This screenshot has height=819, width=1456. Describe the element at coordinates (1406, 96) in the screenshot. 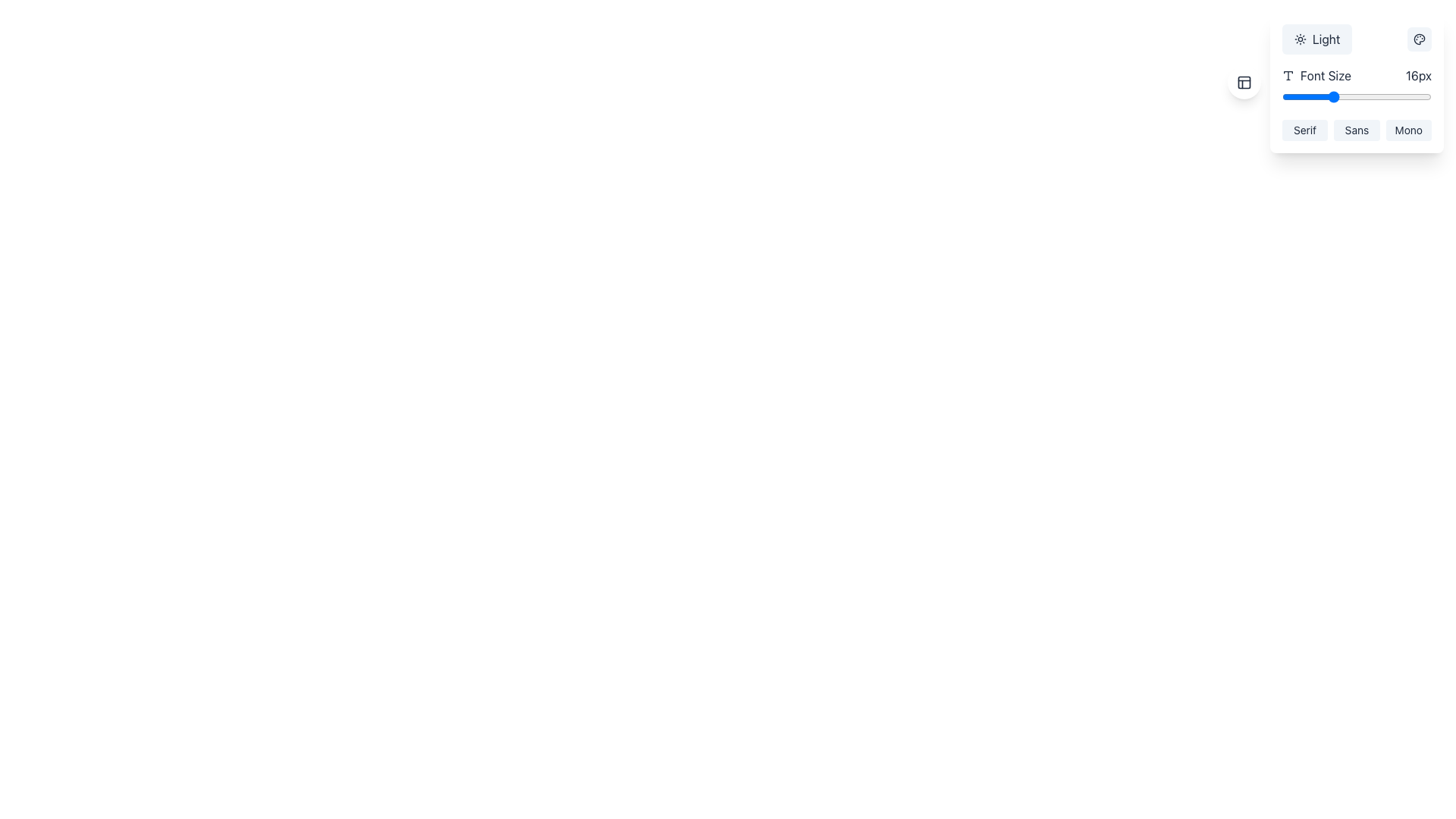

I see `the font size` at that location.